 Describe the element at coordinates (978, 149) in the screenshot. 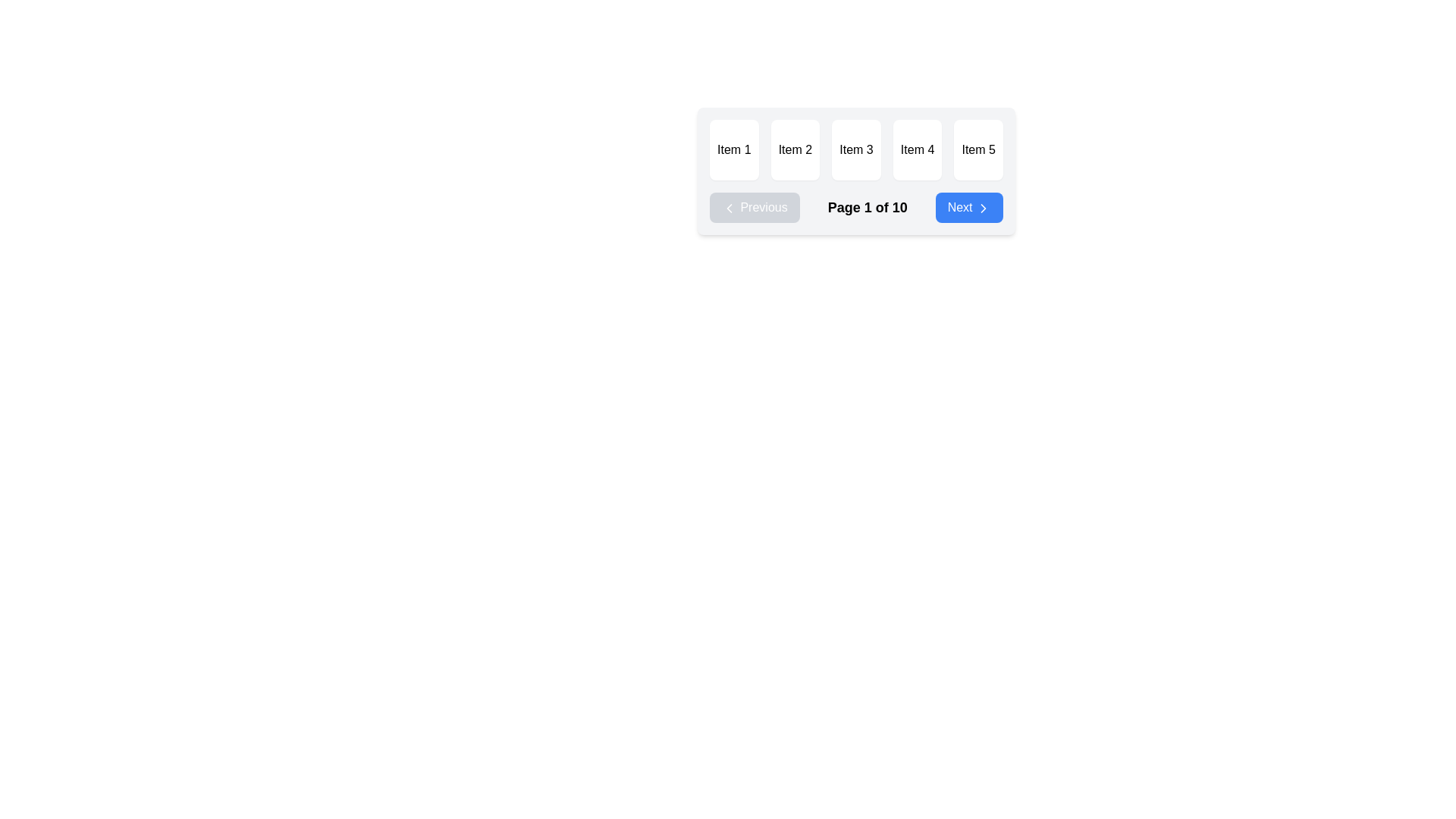

I see `the static label or text box displaying 'Item 5', located at the far-right end of a horizontally aligned grid, just before the 'Next' button` at that location.